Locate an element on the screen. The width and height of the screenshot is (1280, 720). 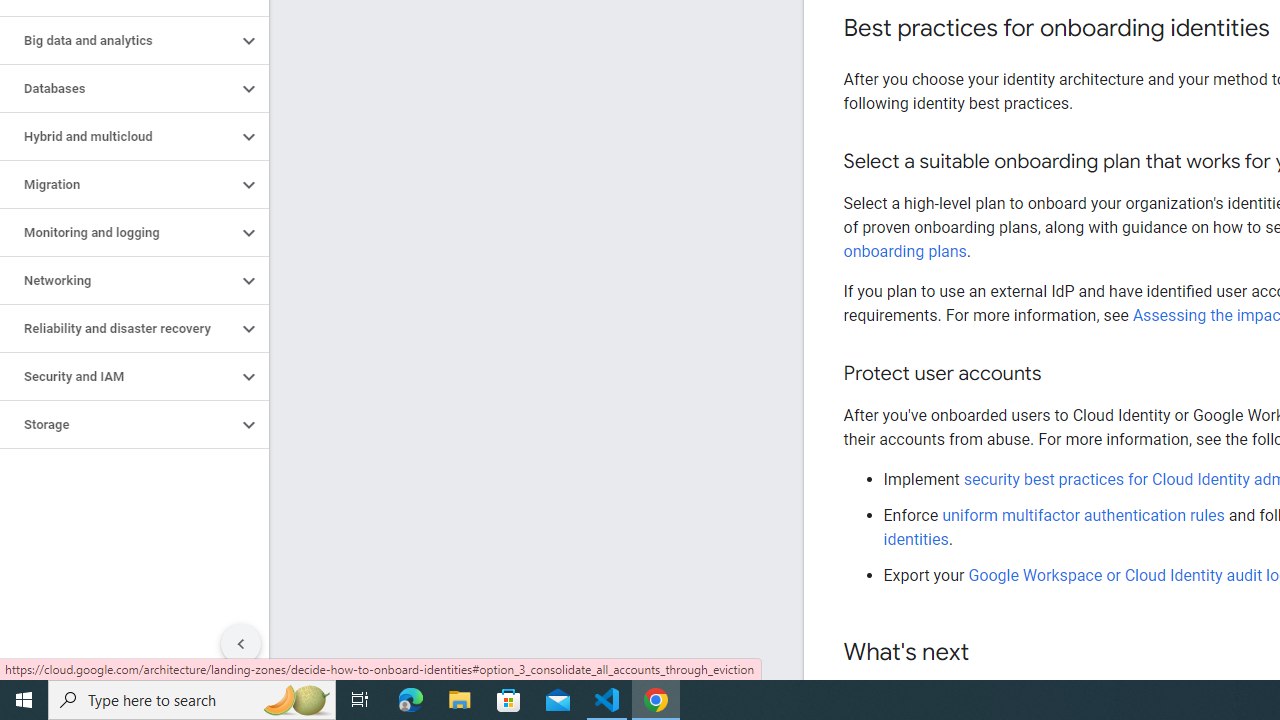
'Storage' is located at coordinates (117, 424).